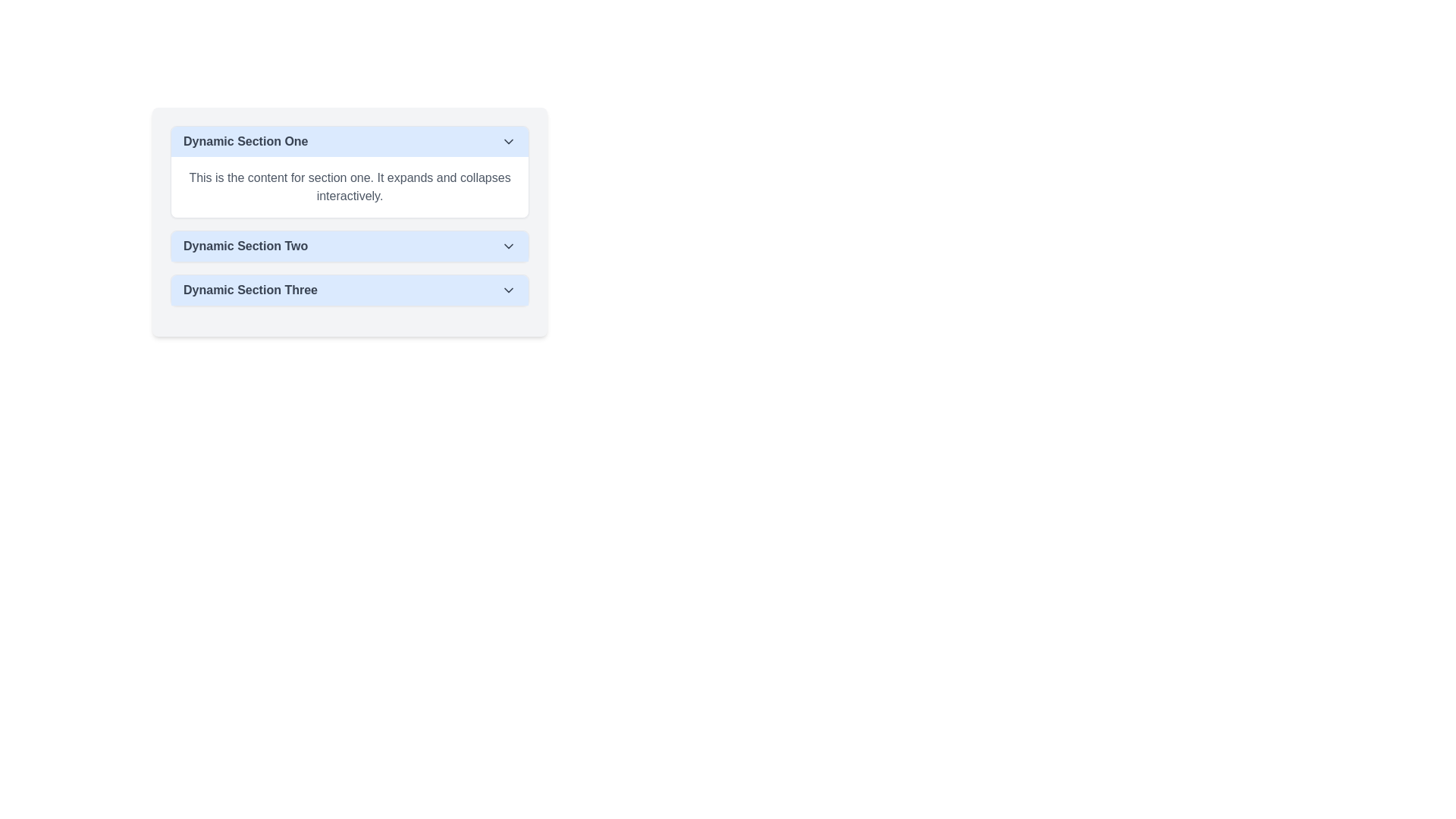 The image size is (1456, 819). Describe the element at coordinates (349, 186) in the screenshot. I see `the text block displaying 'This is the content for section one. It expands and collapses interactively.'` at that location.